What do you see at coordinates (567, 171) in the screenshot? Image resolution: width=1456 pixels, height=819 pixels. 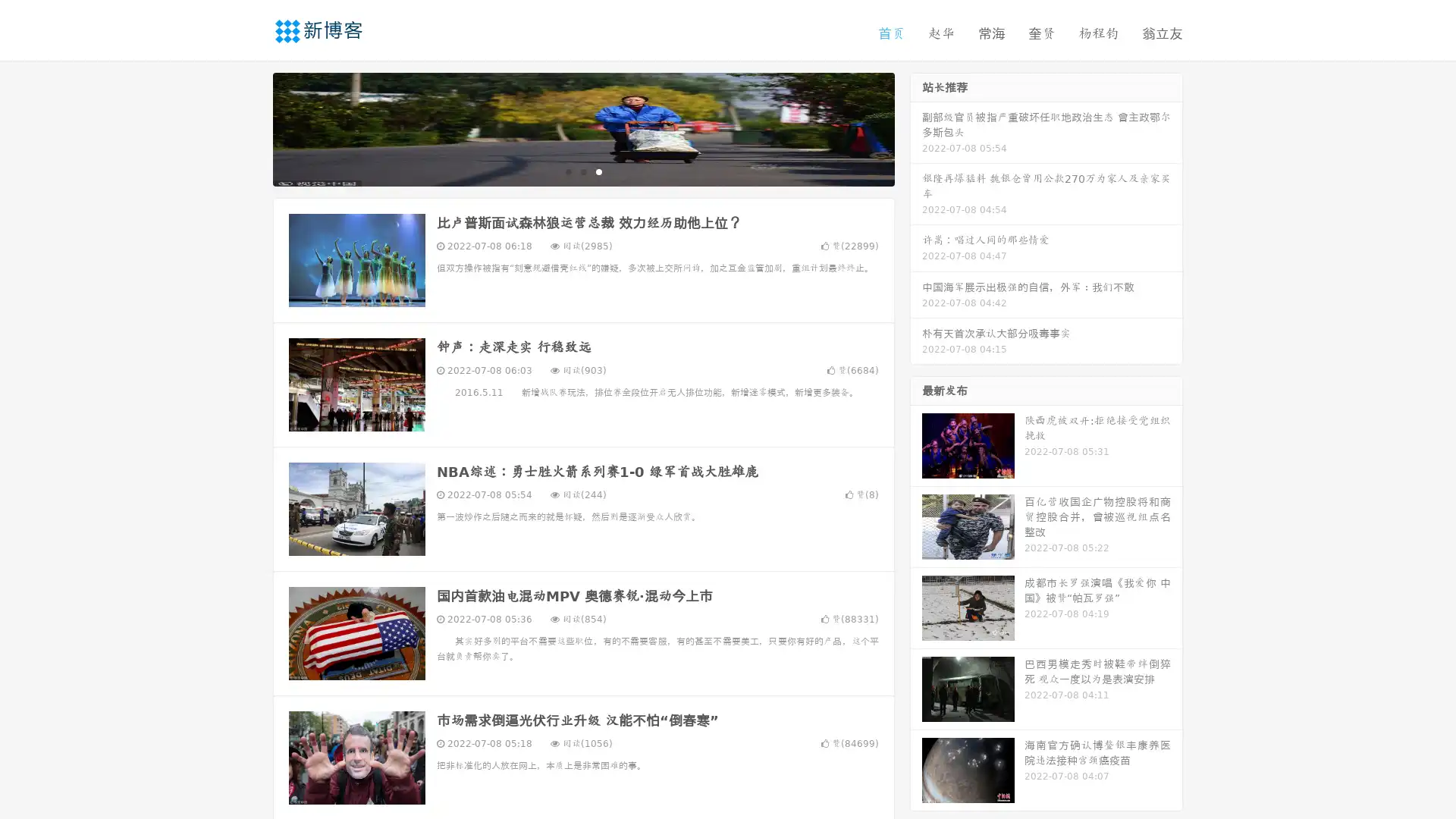 I see `Go to slide 1` at bounding box center [567, 171].